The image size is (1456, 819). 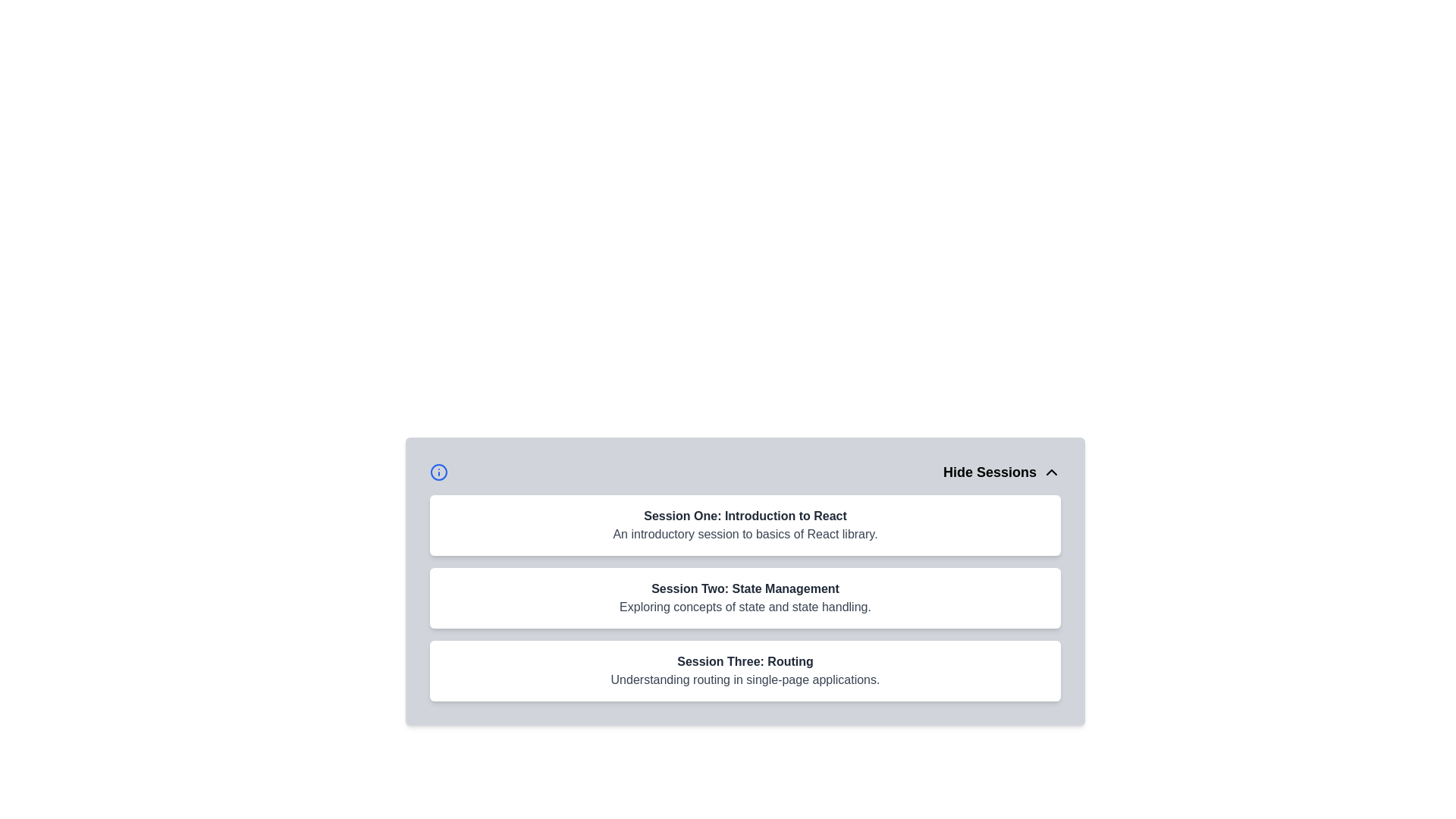 What do you see at coordinates (745, 534) in the screenshot?
I see `the static text label that provides an overview about the session titled 'Session One: Introduction to React', located directly below the heading in the top central portion of the interface` at bounding box center [745, 534].